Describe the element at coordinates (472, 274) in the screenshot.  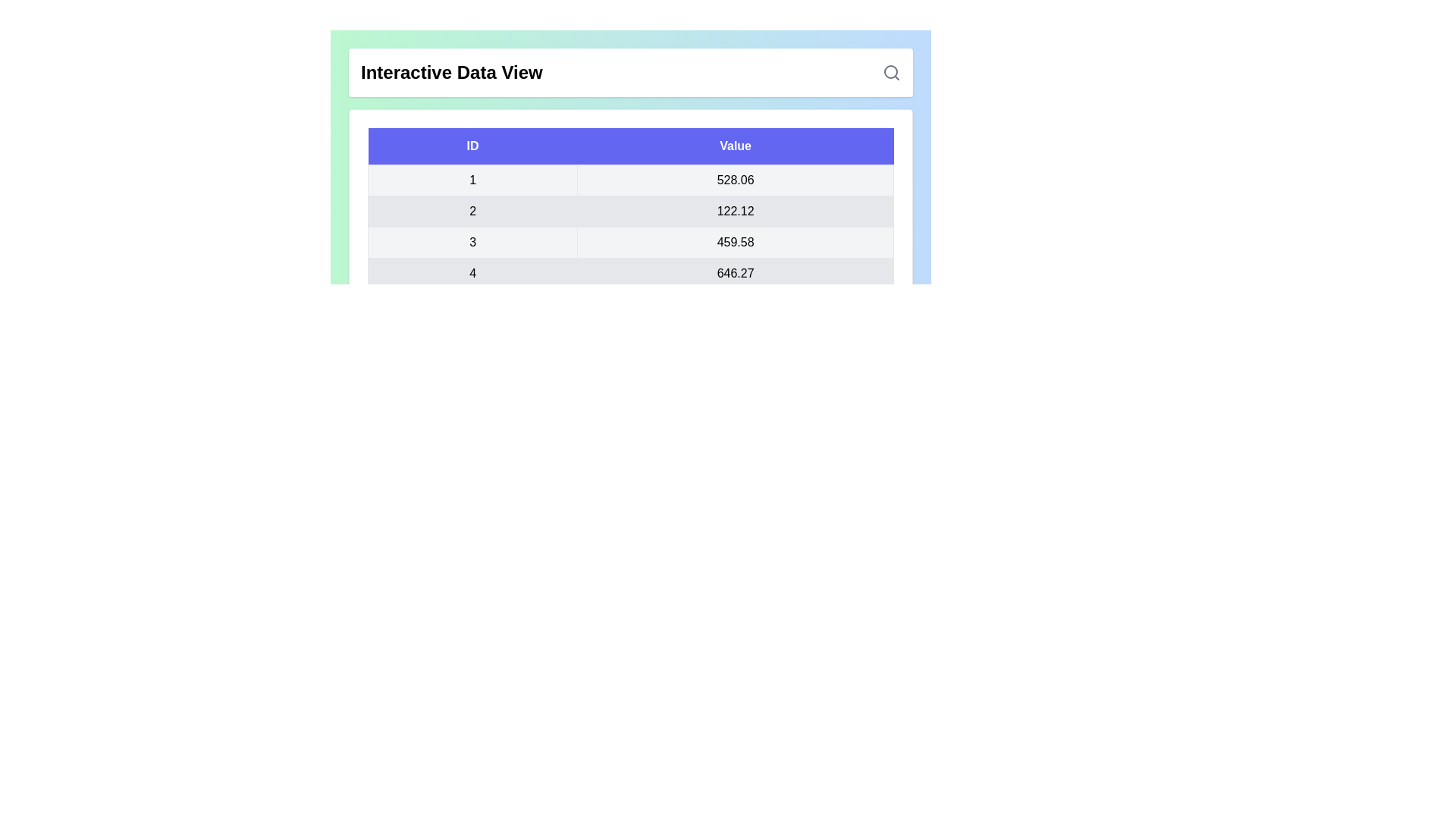
I see `the row corresponding to the ID 4 to view its details` at that location.